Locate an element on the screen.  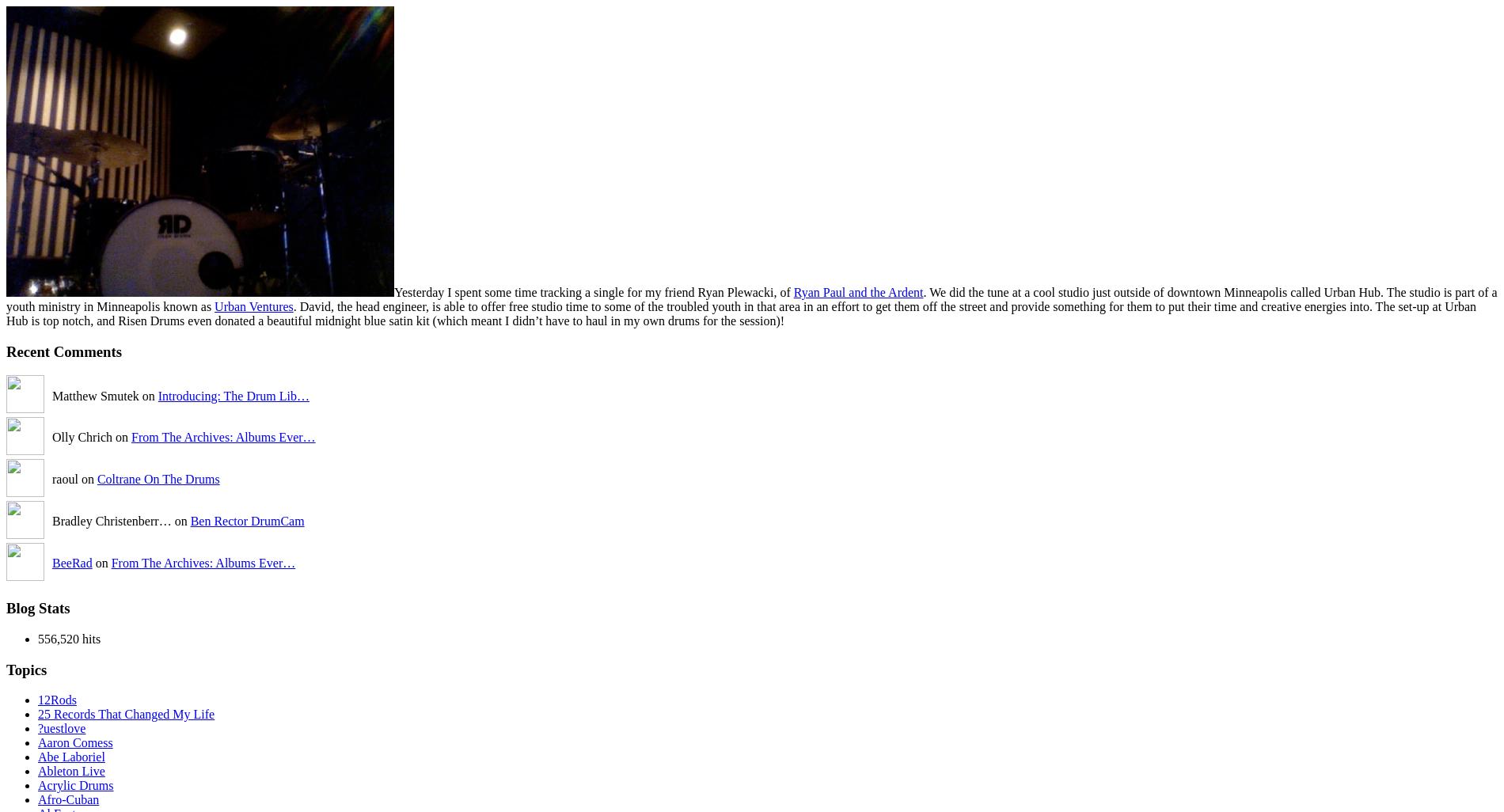
'Acrylic Drums' is located at coordinates (75, 784).